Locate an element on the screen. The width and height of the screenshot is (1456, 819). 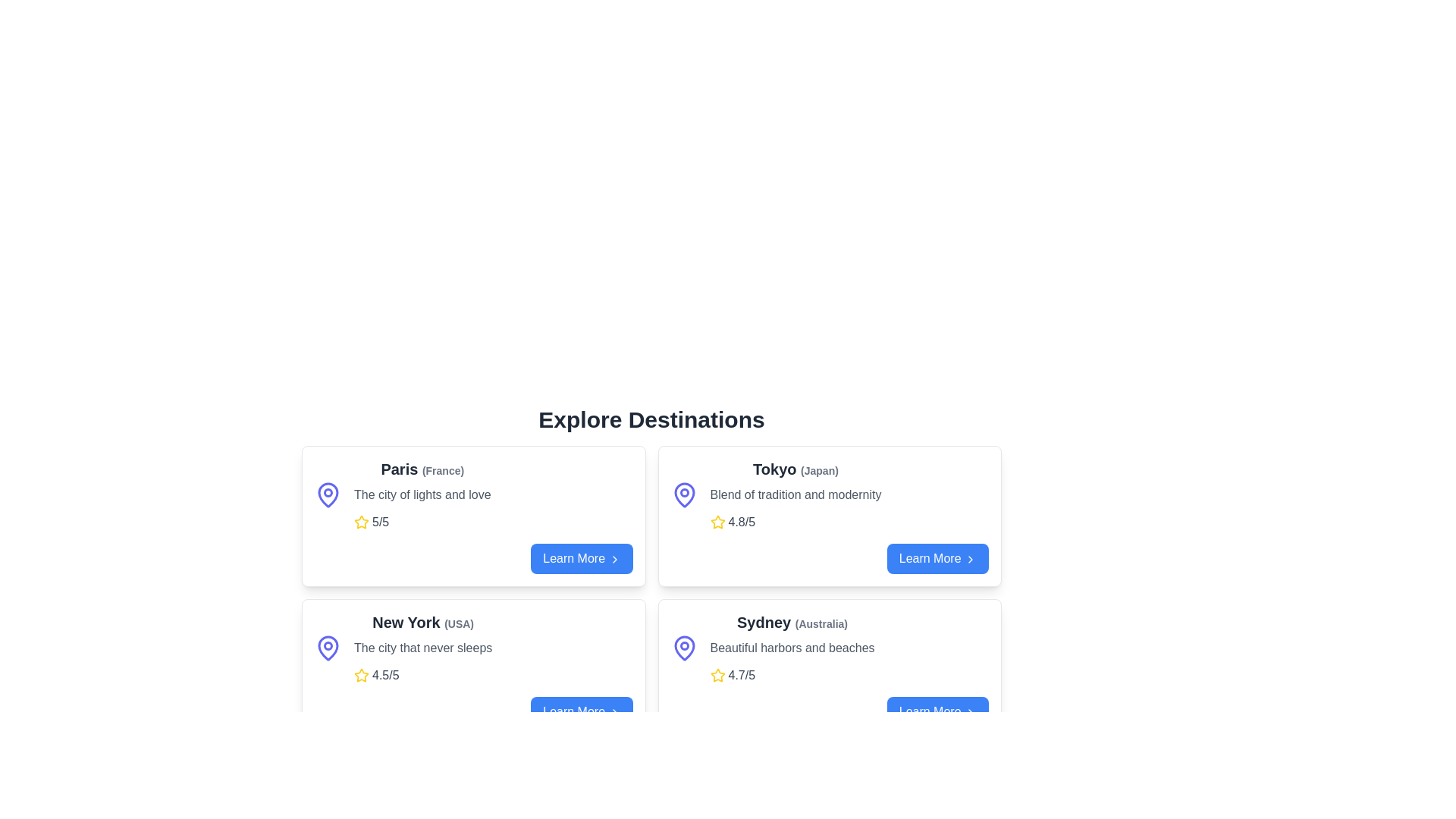
the static text label providing additional information about 'Sydney', located below 'Sydney (Australia)' and above the rating display in the lower-right card of the grid layout under 'Explore Destinations' is located at coordinates (792, 648).